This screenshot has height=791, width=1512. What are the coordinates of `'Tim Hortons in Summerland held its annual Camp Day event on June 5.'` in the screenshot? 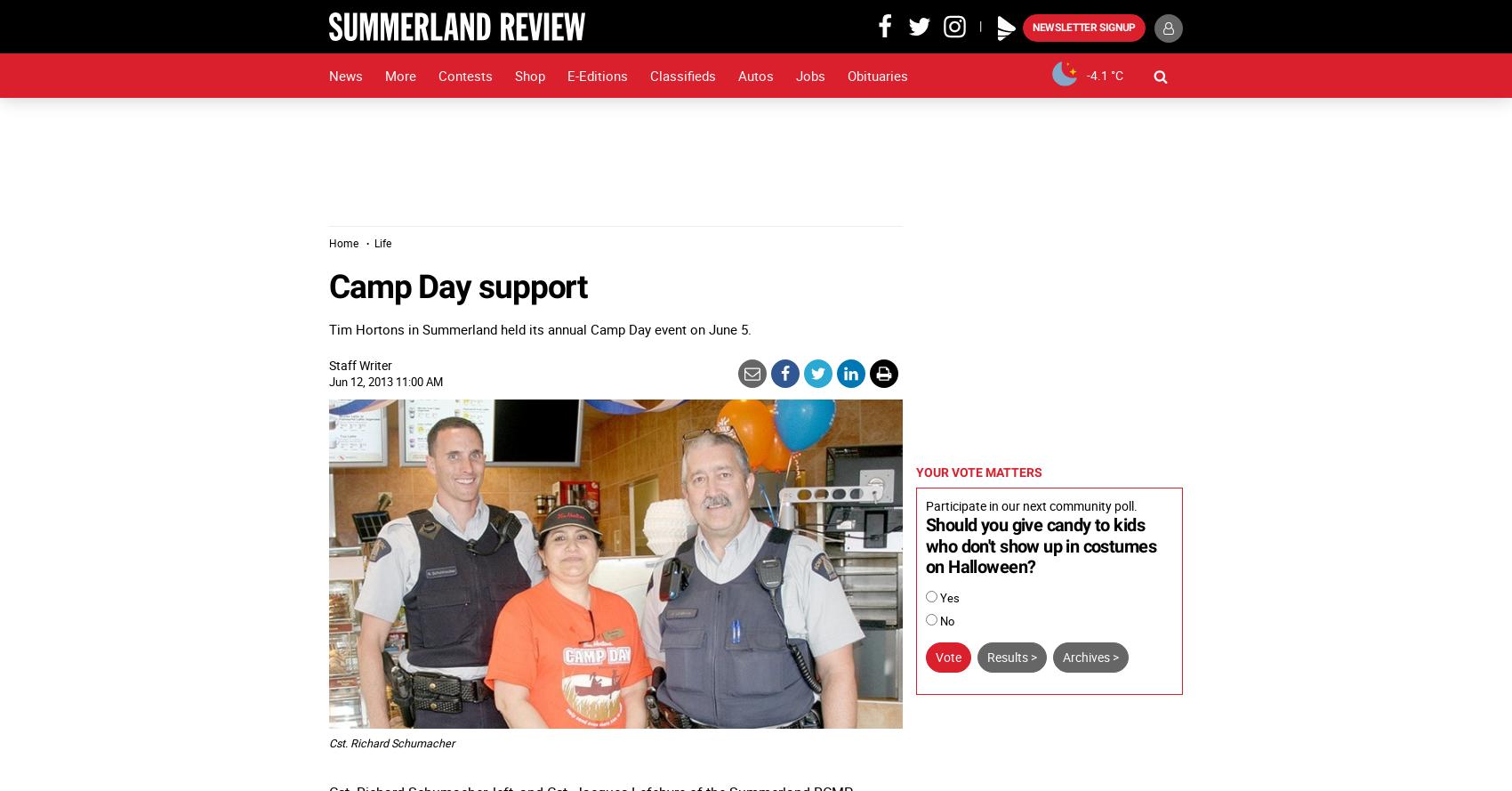 It's located at (539, 327).